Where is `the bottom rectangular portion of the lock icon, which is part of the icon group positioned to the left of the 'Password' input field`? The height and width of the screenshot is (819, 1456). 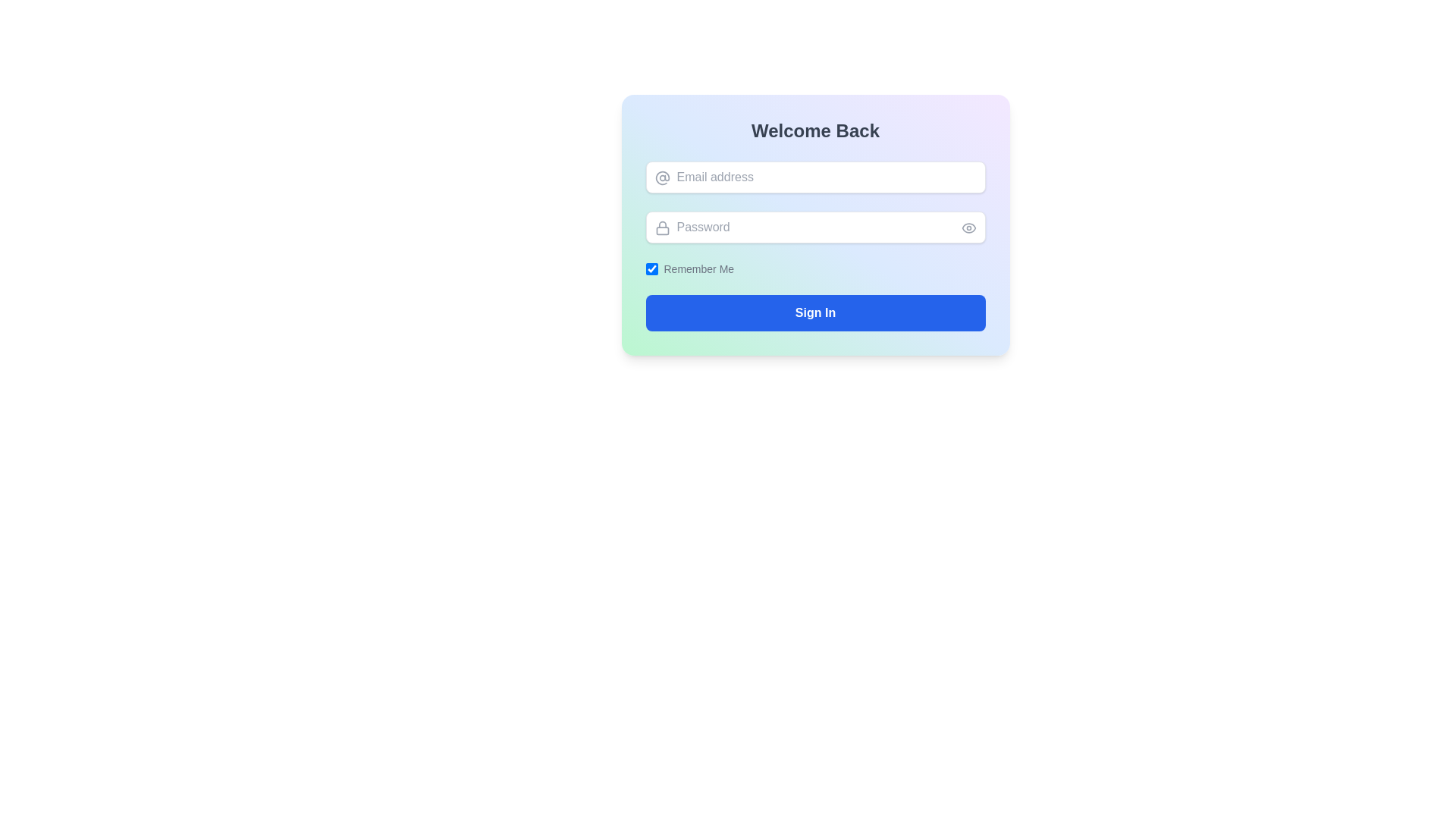 the bottom rectangular portion of the lock icon, which is part of the icon group positioned to the left of the 'Password' input field is located at coordinates (662, 231).